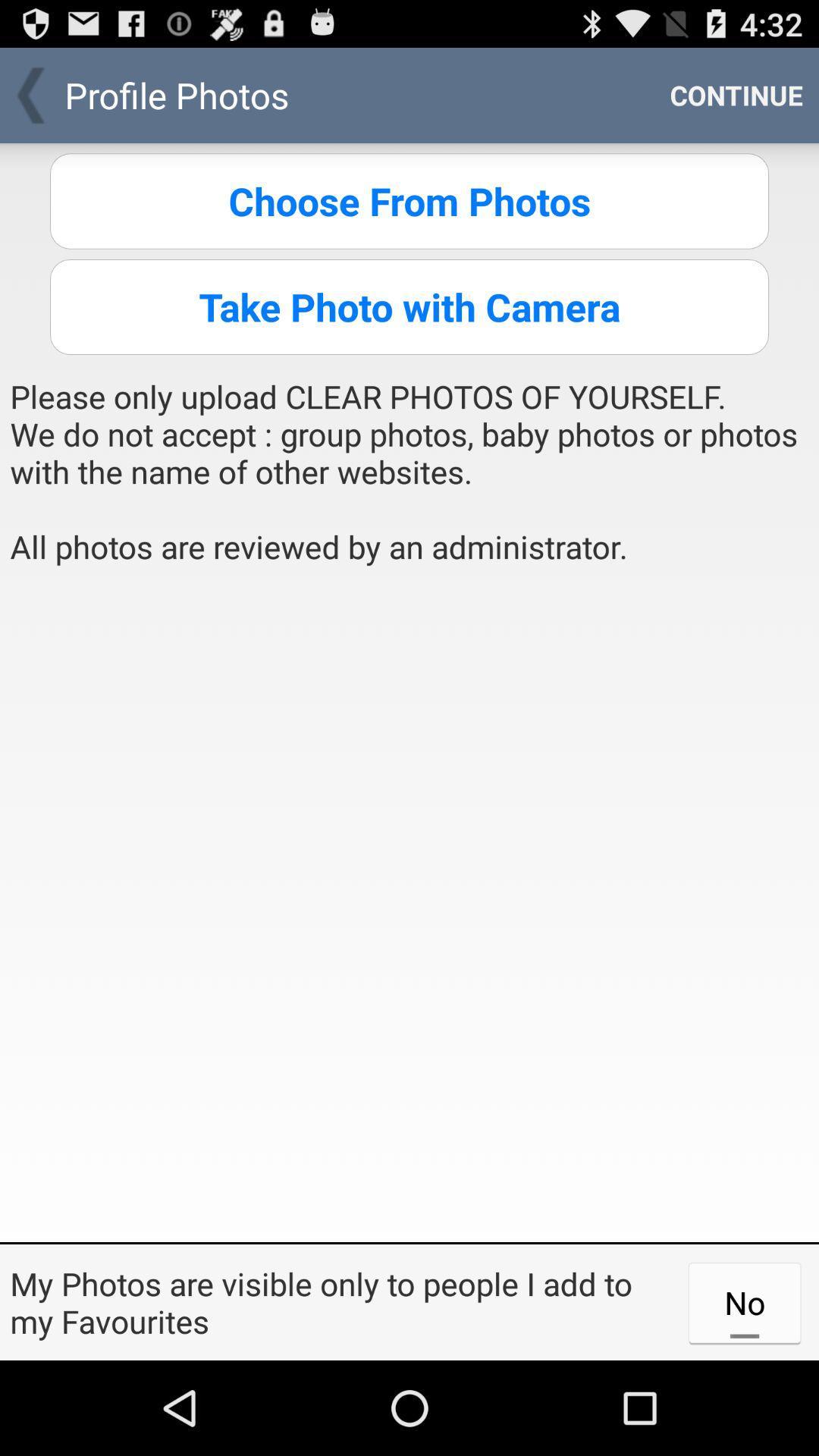  Describe the element at coordinates (736, 94) in the screenshot. I see `app to the right of profile photos` at that location.